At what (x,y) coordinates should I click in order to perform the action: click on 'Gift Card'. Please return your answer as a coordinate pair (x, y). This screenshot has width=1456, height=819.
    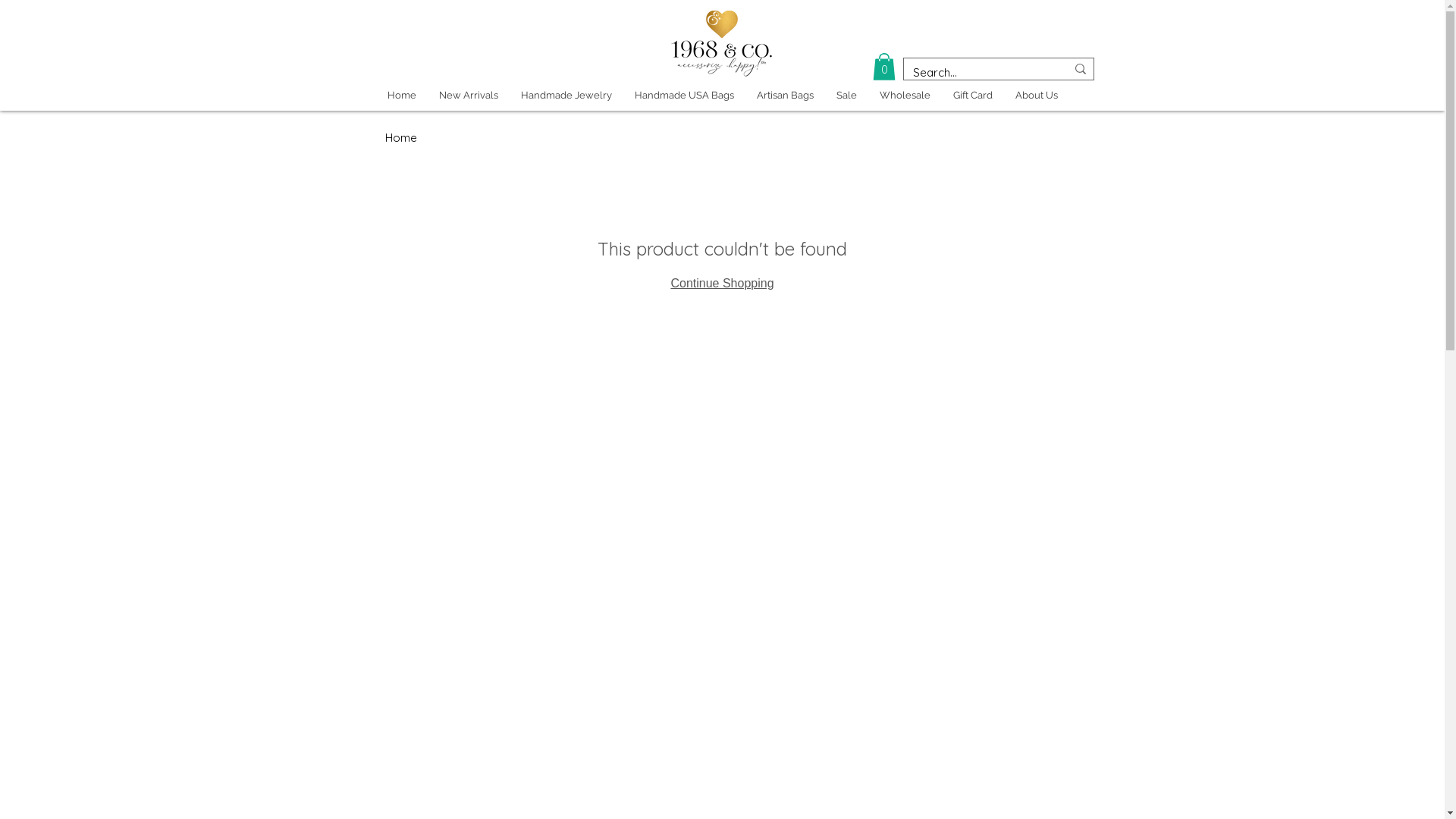
    Looking at the image, I should click on (972, 96).